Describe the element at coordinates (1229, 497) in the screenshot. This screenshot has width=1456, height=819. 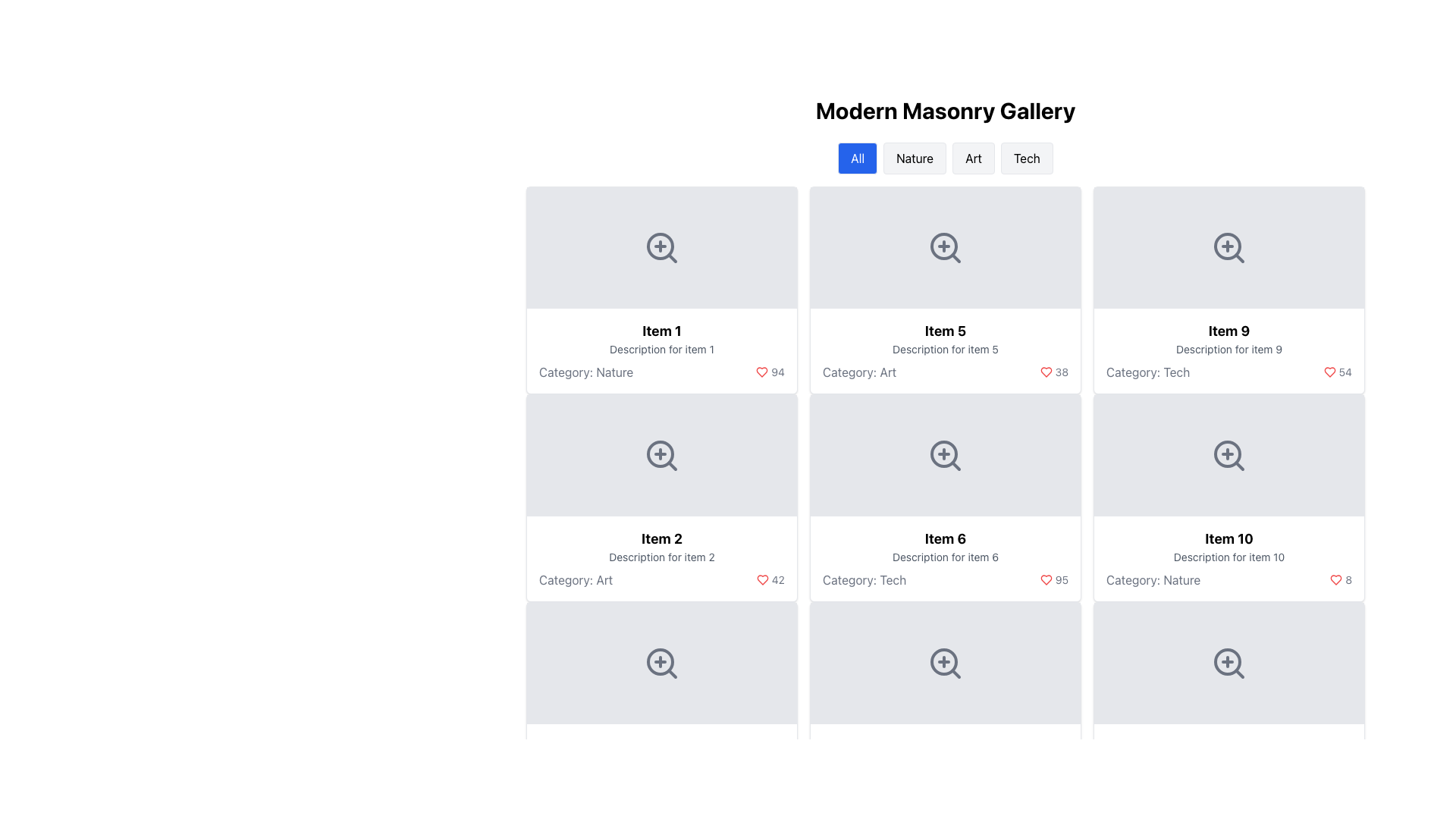
I see `the item card in the masonry gallery that displays details including a title, description, category, and like count, located in the third column and fourth row of the grid layout` at that location.